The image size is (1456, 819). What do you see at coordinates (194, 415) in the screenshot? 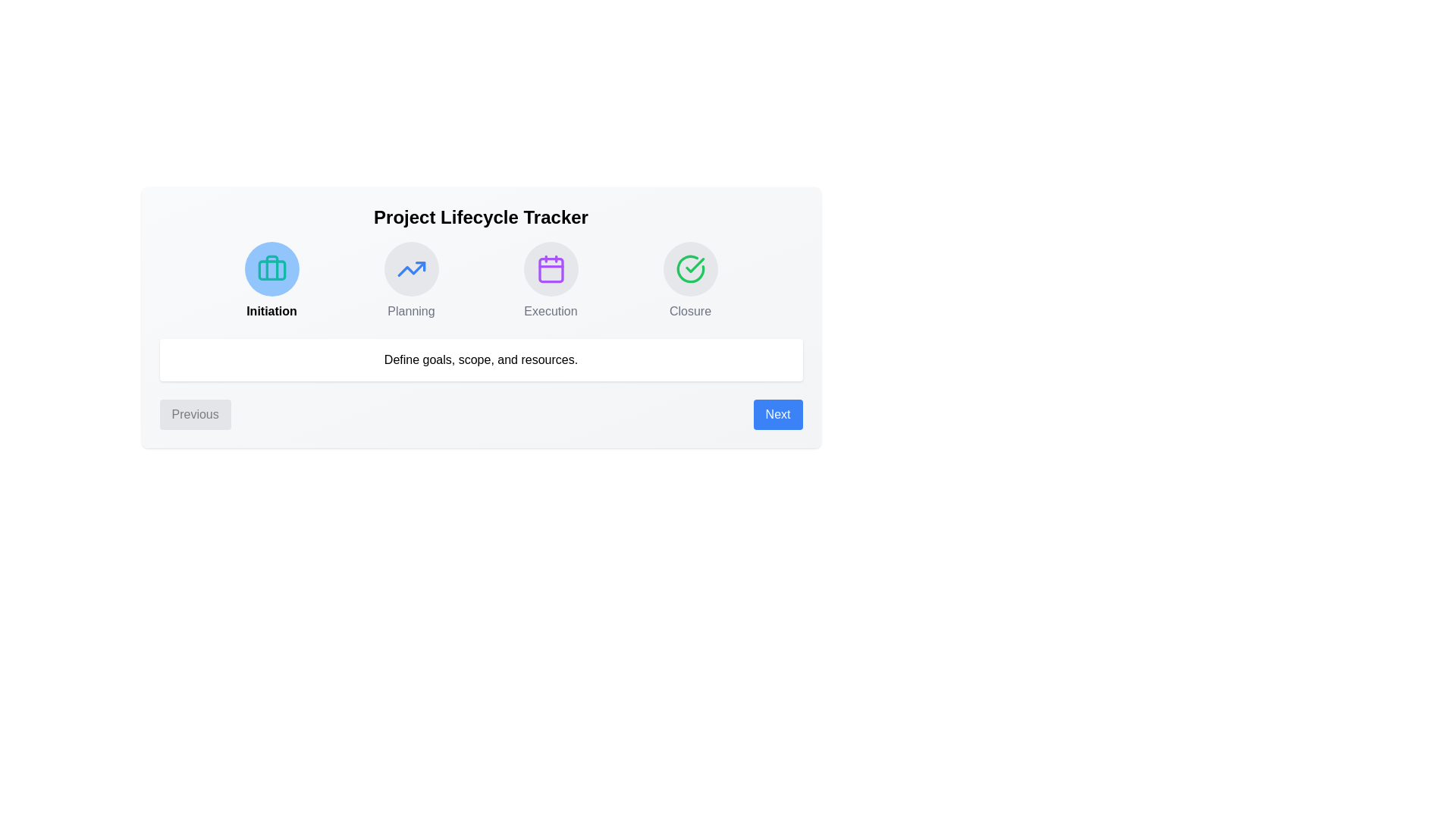
I see `the Previous button to navigate between steps` at bounding box center [194, 415].